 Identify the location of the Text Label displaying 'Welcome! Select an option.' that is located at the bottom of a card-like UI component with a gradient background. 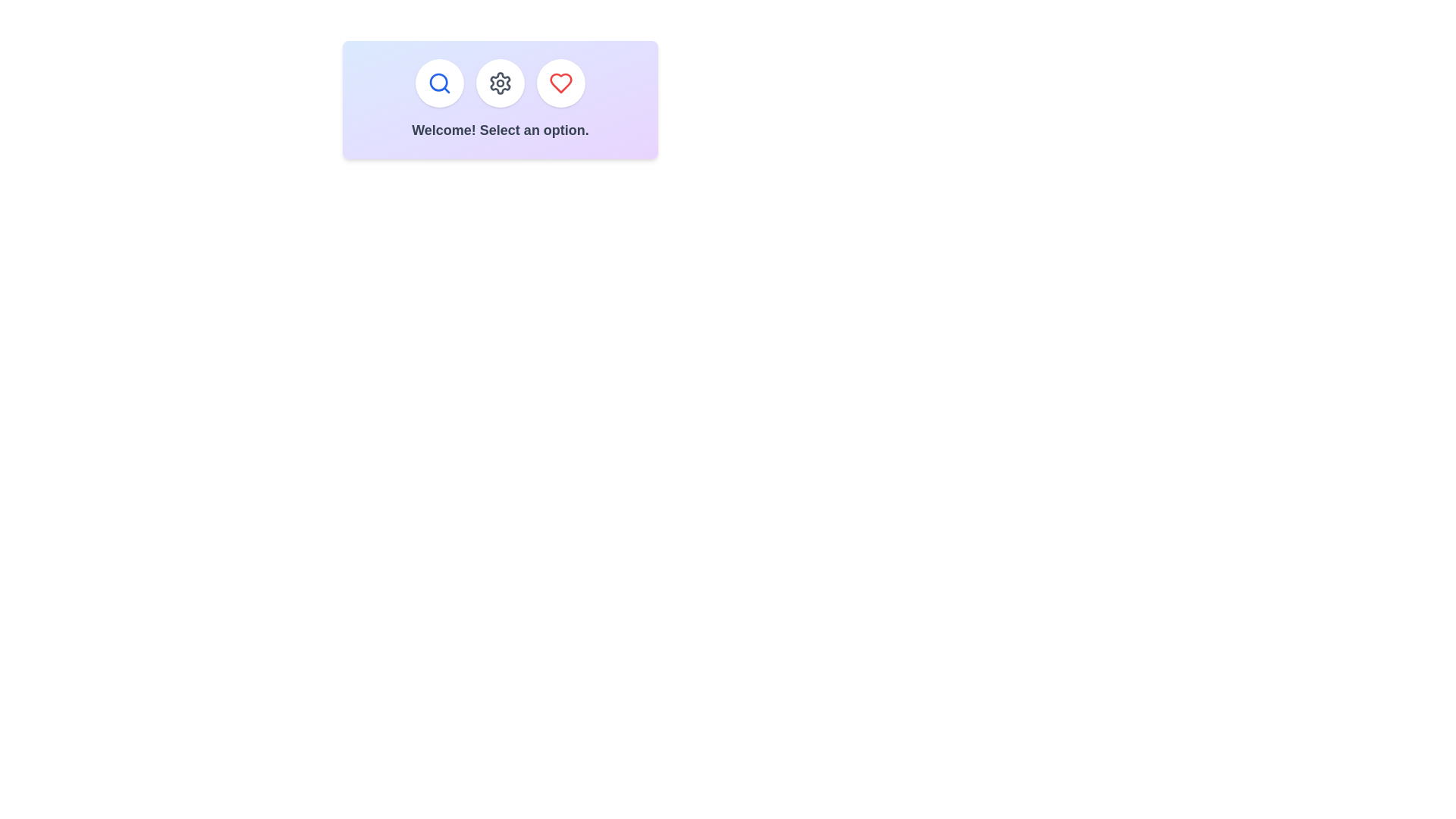
(500, 130).